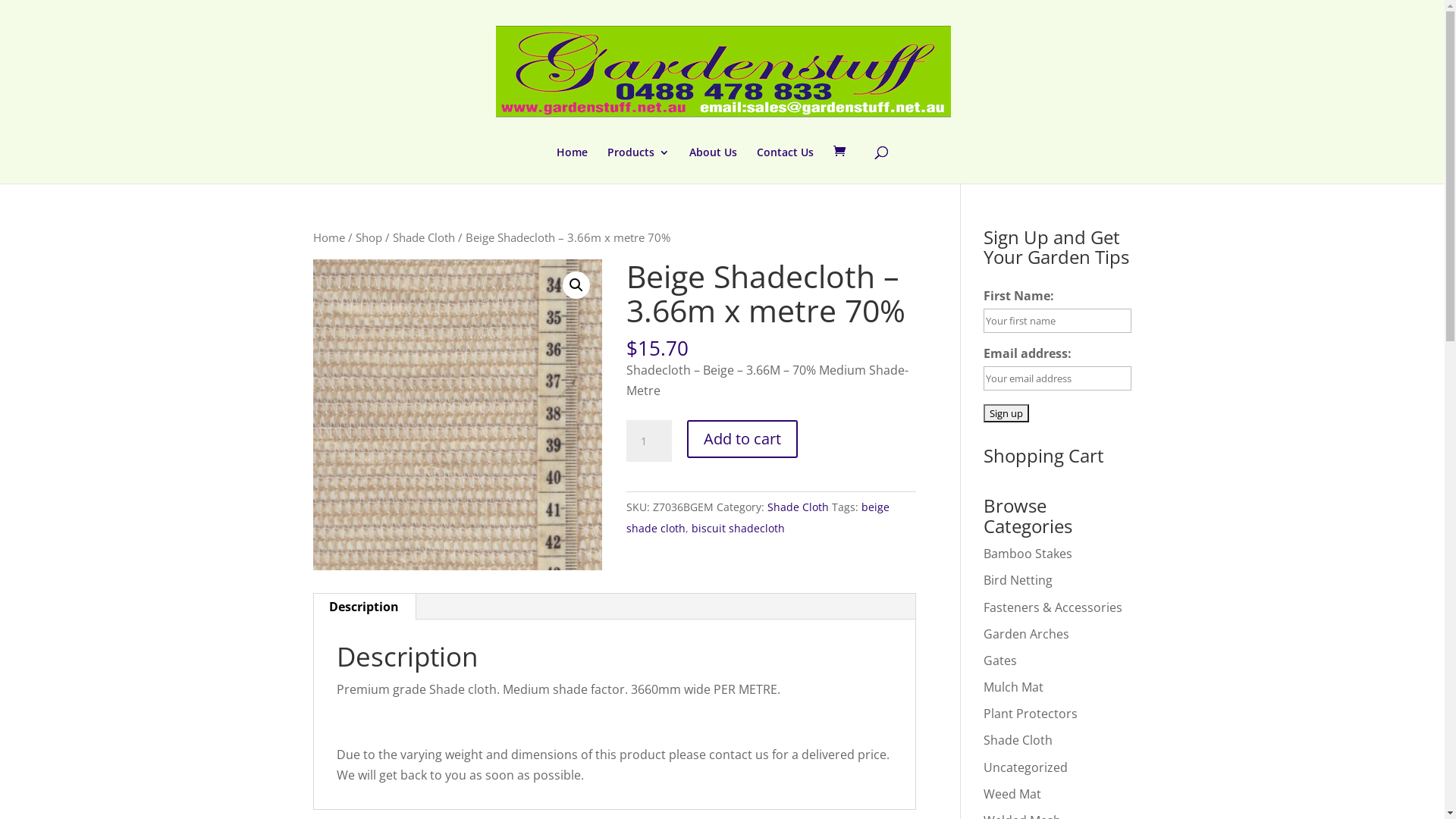 This screenshot has width=1456, height=819. Describe the element at coordinates (364, 605) in the screenshot. I see `'Description'` at that location.